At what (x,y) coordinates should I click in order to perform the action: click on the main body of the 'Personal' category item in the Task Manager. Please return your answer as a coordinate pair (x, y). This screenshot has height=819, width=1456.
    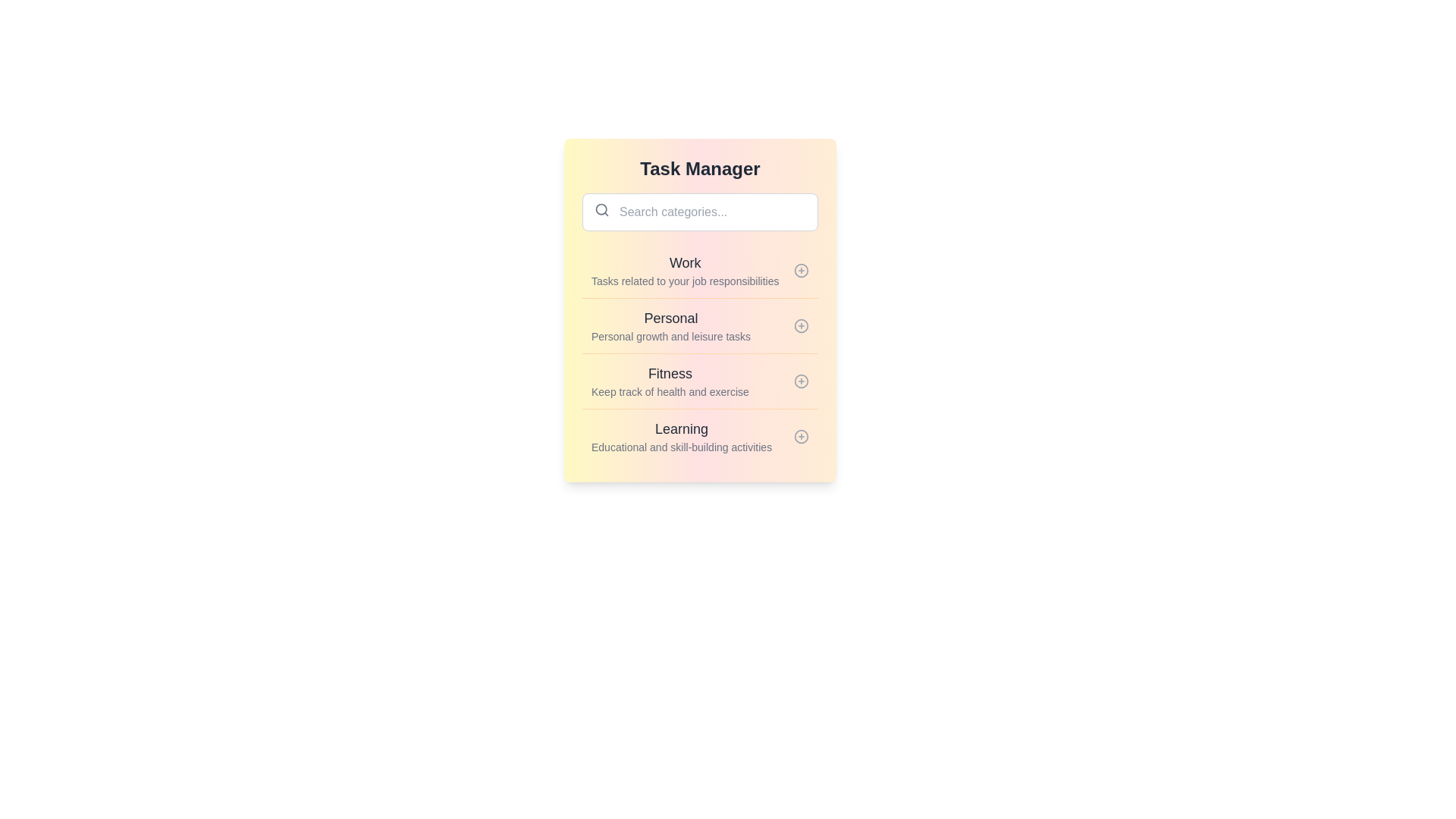
    Looking at the image, I should click on (699, 325).